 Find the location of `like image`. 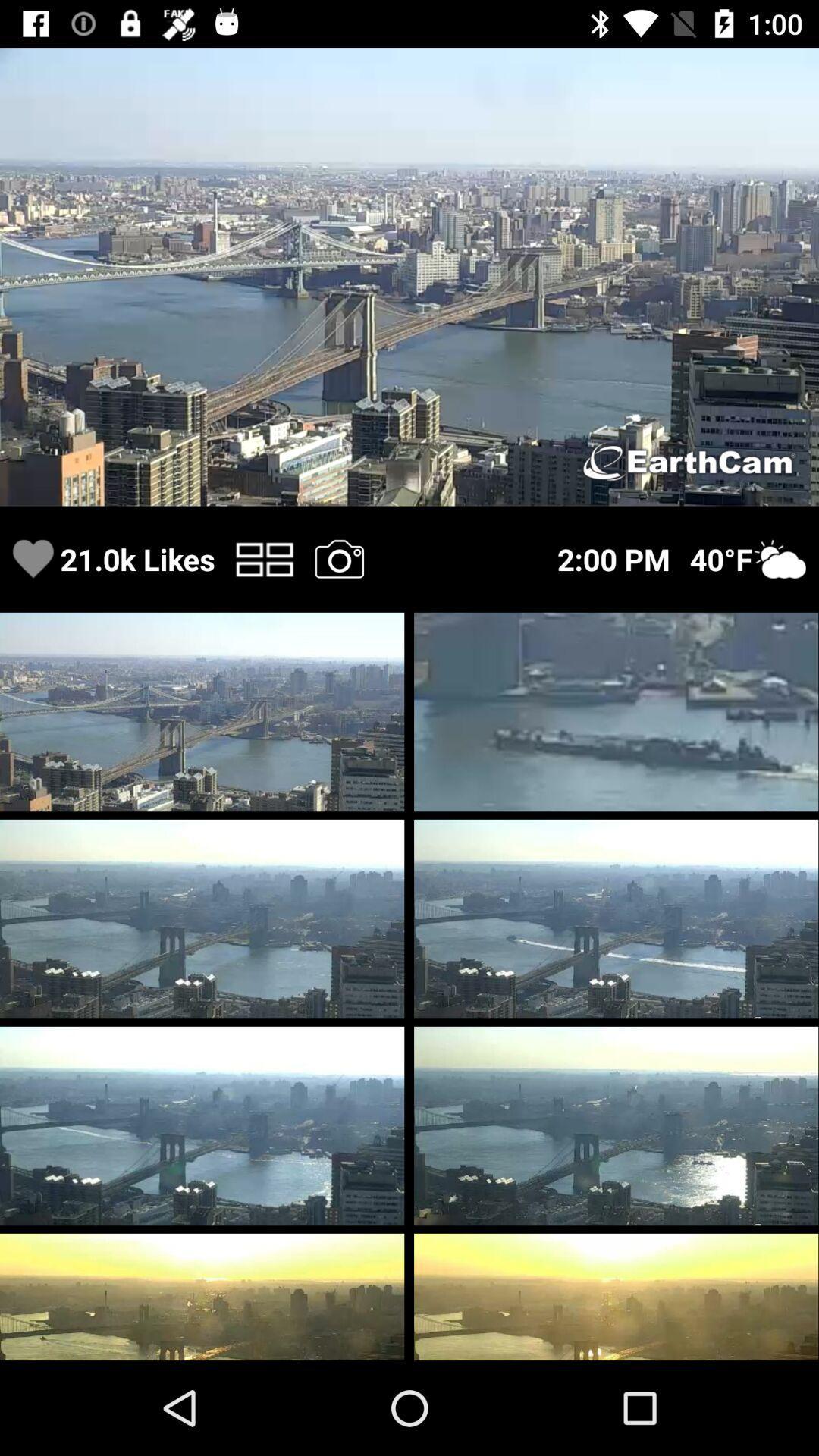

like image is located at coordinates (33, 558).